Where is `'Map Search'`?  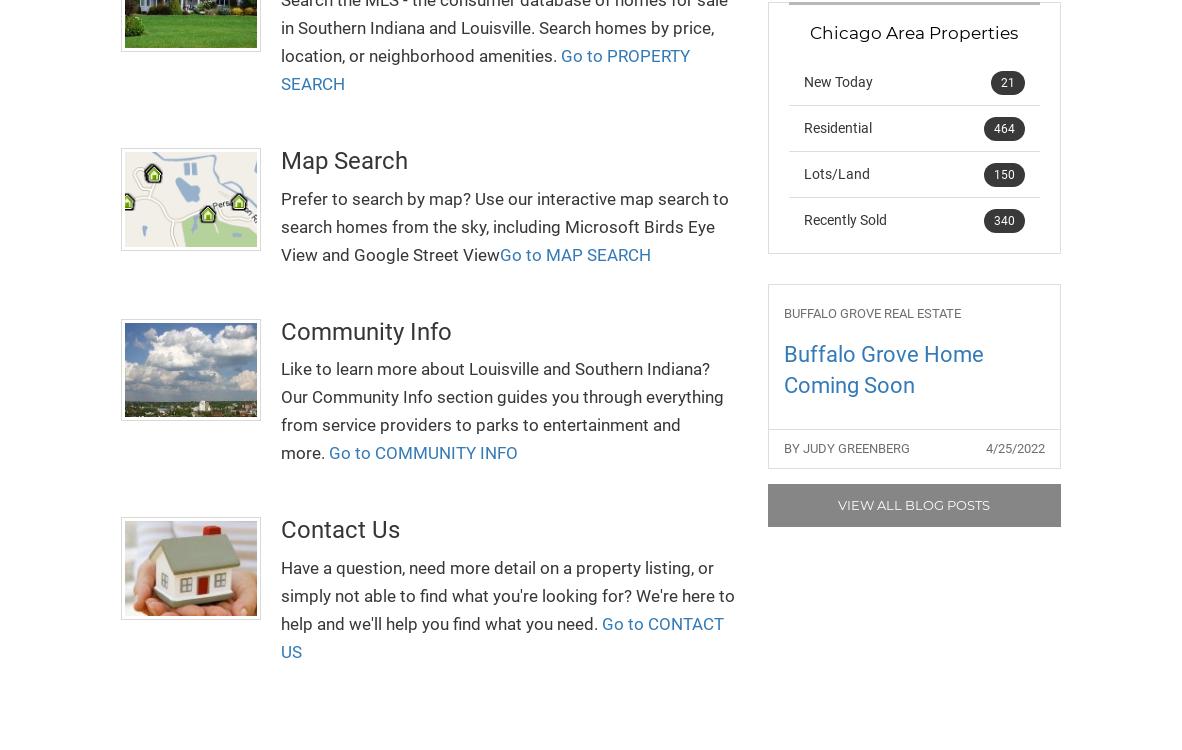
'Map Search' is located at coordinates (344, 161).